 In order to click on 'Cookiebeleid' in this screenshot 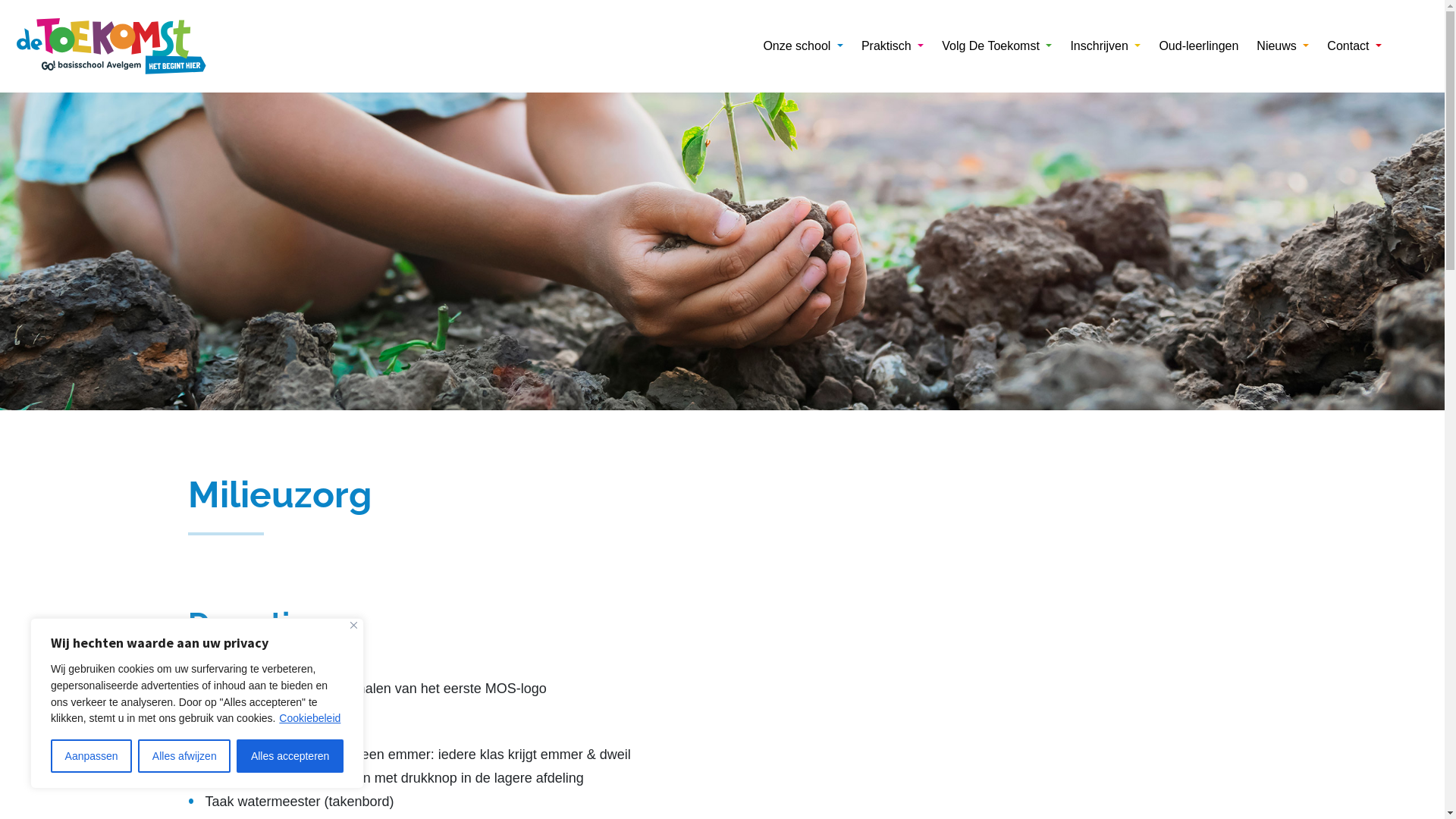, I will do `click(309, 717)`.